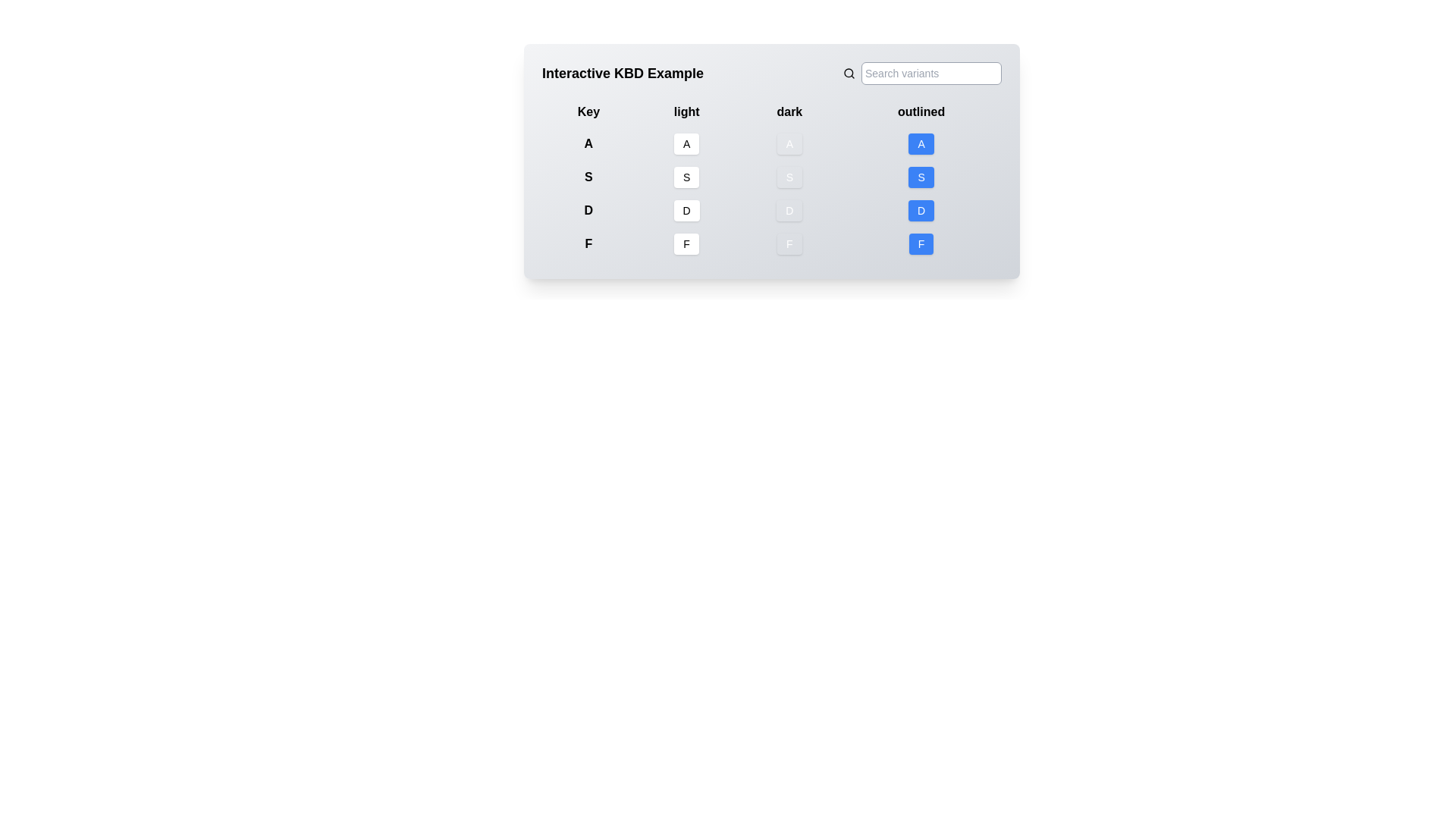  I want to click on the 'S' button in the virtual keyboard interface, so click(921, 177).